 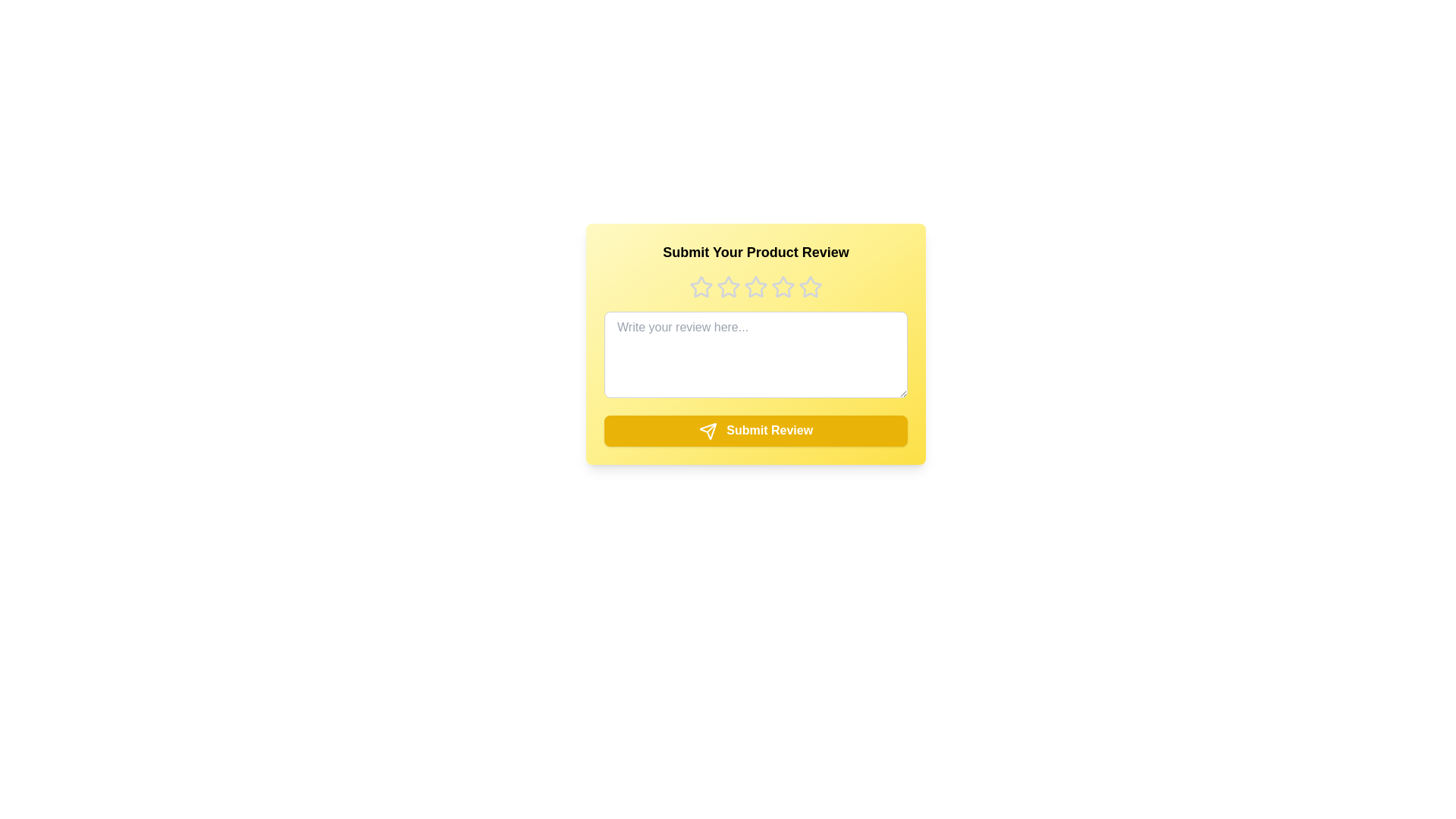 What do you see at coordinates (728, 287) in the screenshot?
I see `the third star icon from the left in a row of five stars` at bounding box center [728, 287].